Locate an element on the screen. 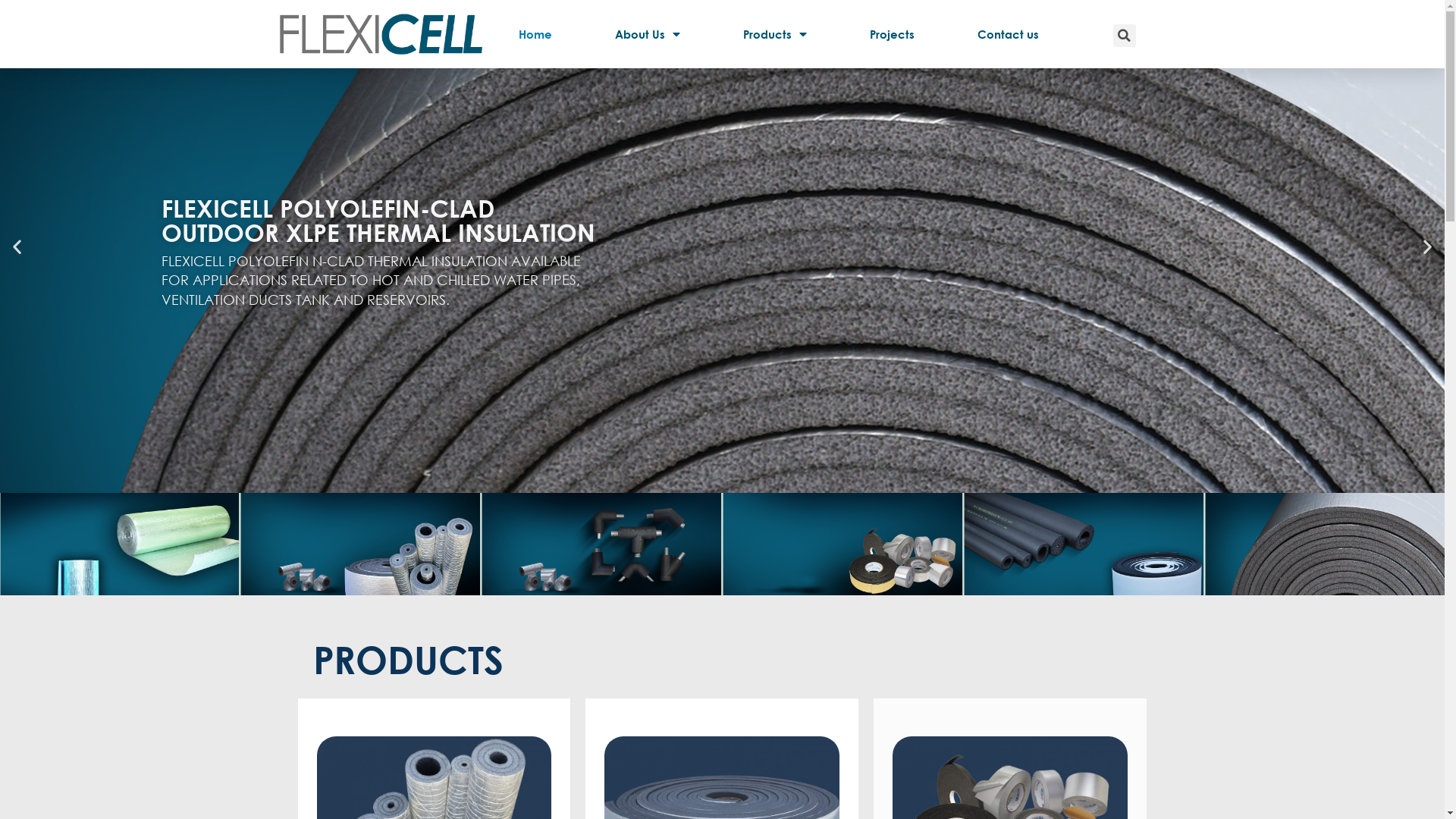  'Products' is located at coordinates (718, 34).